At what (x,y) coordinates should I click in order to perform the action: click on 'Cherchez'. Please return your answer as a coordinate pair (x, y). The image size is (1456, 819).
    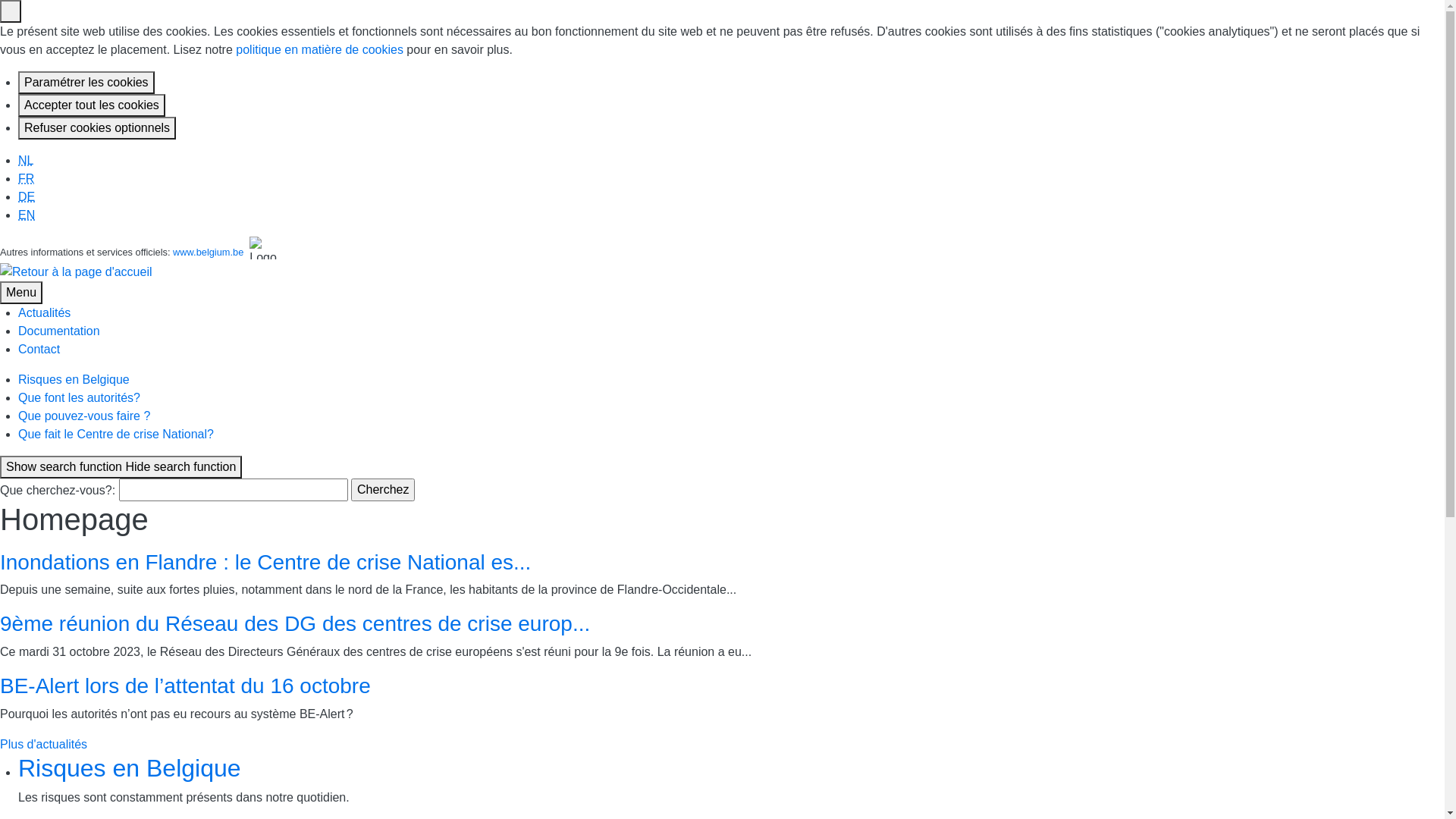
    Looking at the image, I should click on (382, 489).